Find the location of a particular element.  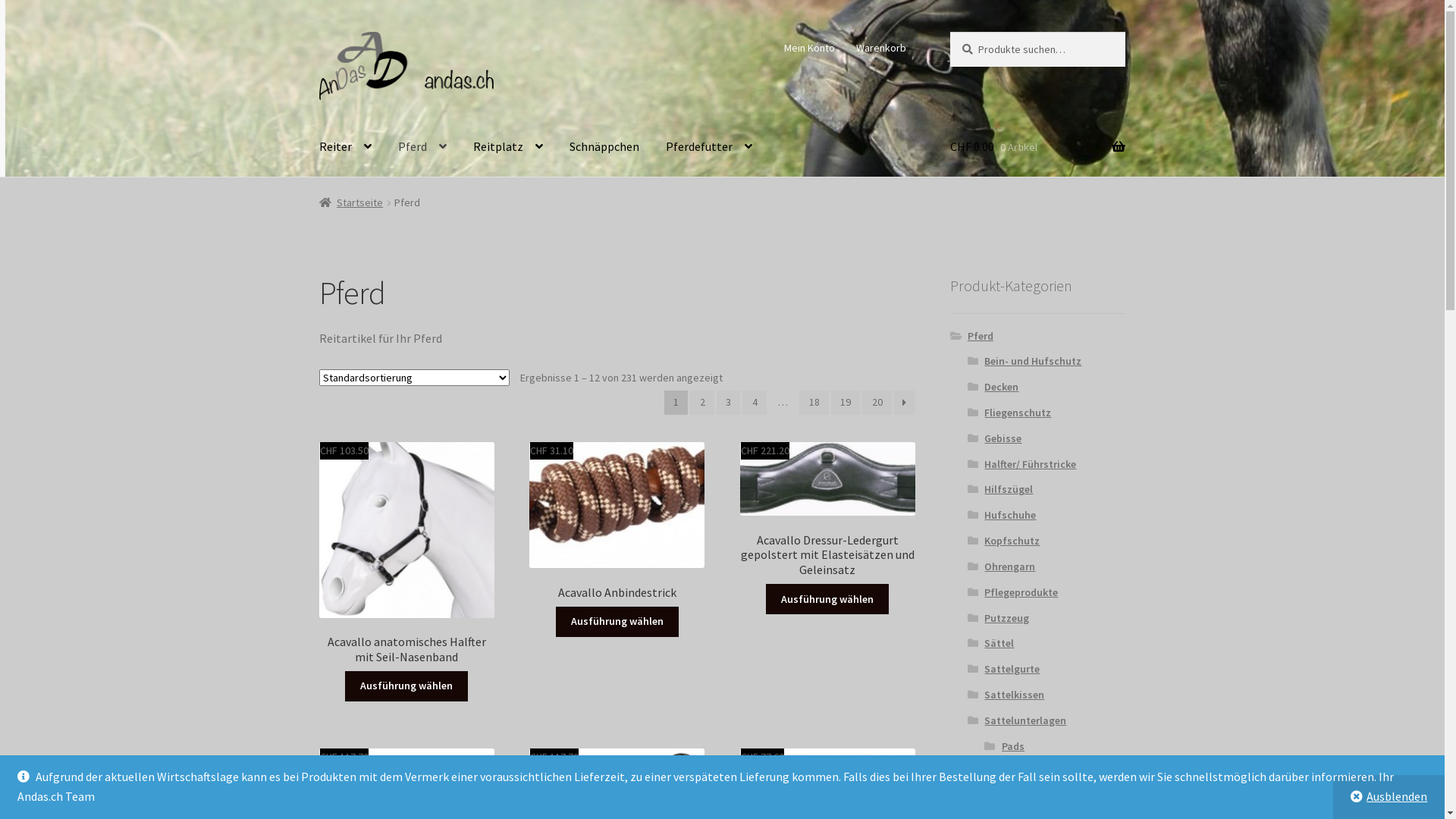

'Pferd' is located at coordinates (422, 146).